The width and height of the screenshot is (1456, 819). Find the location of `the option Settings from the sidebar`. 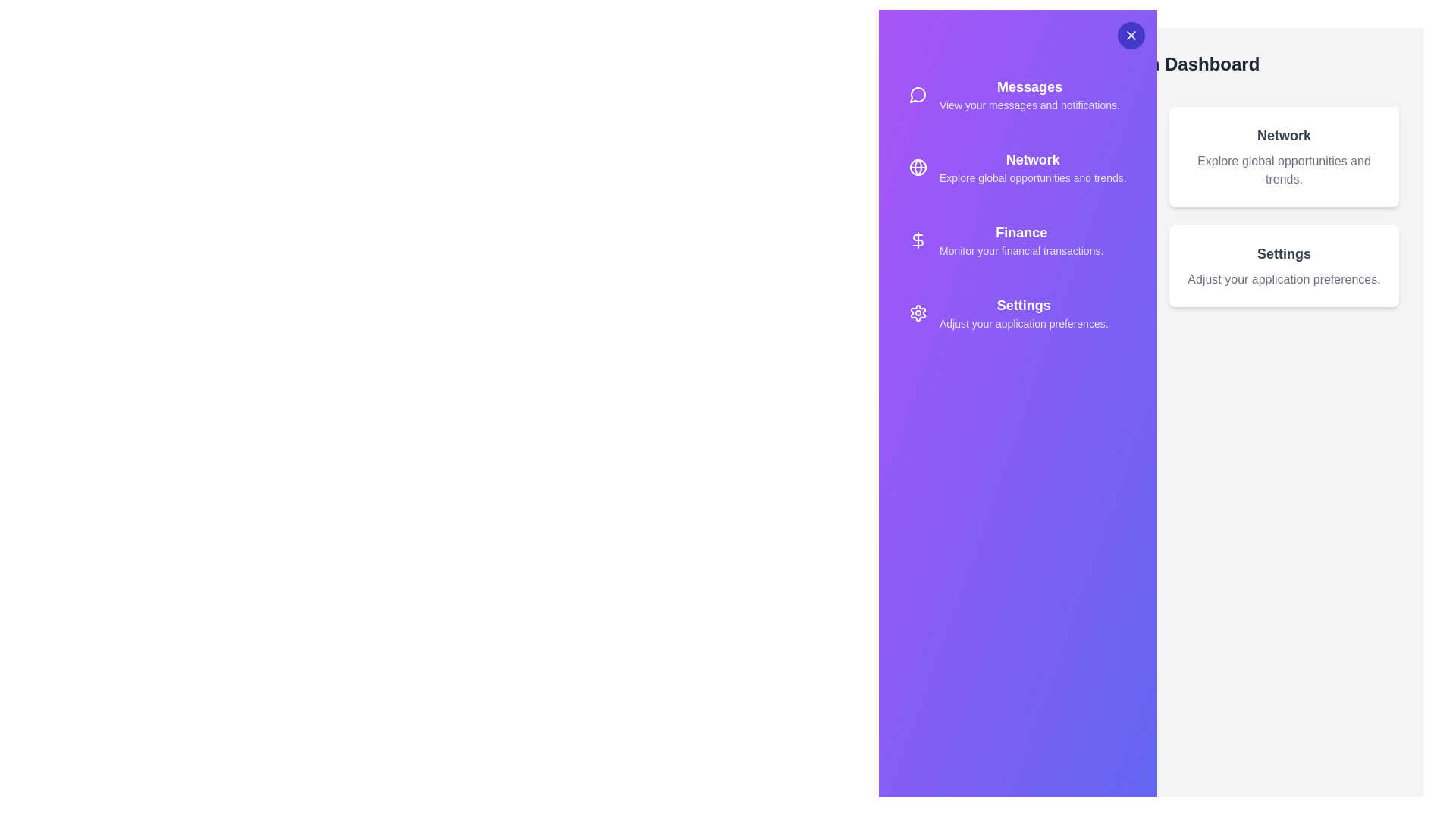

the option Settings from the sidebar is located at coordinates (1018, 312).